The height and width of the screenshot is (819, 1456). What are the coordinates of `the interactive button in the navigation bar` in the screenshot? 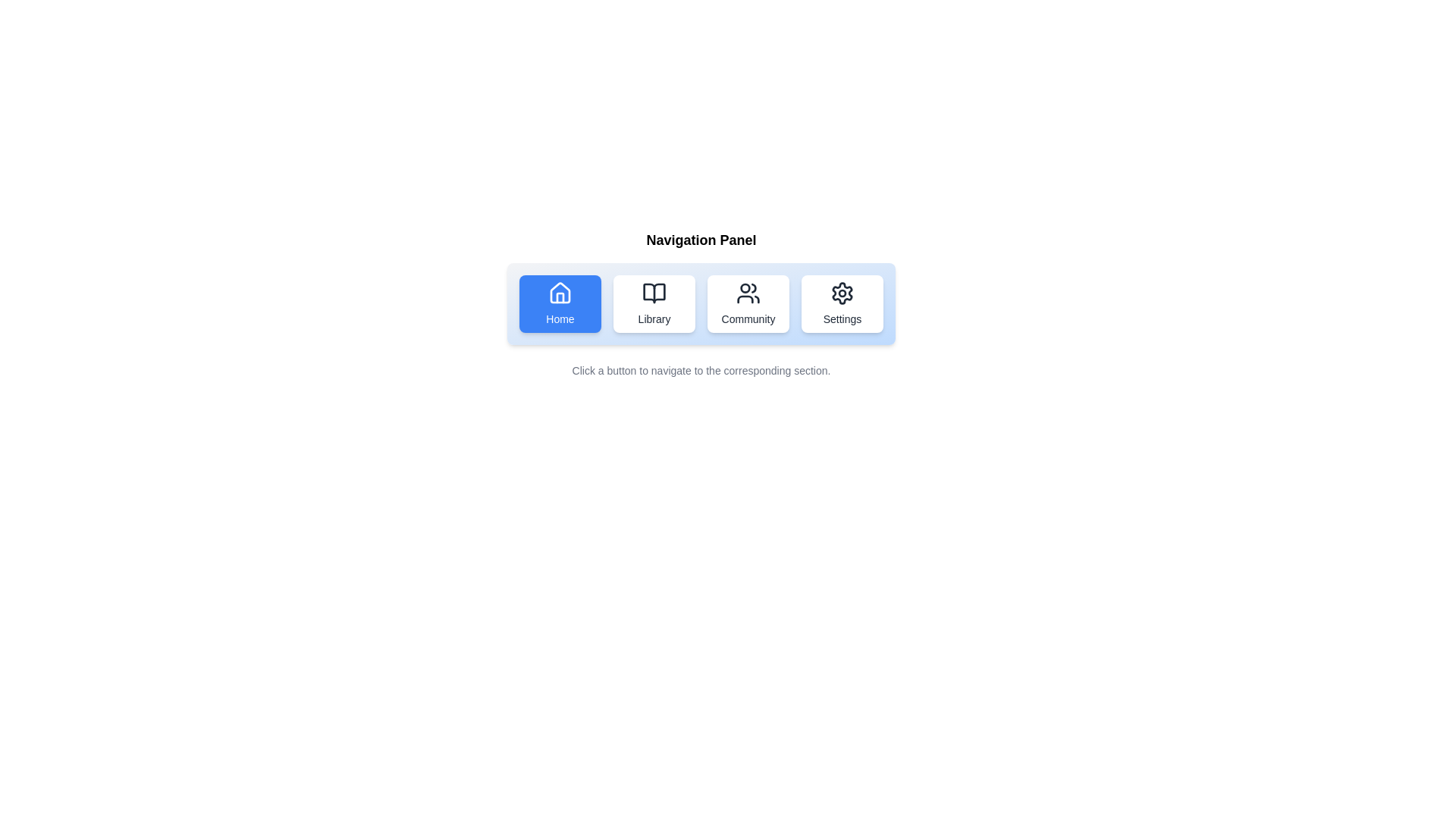 It's located at (701, 304).